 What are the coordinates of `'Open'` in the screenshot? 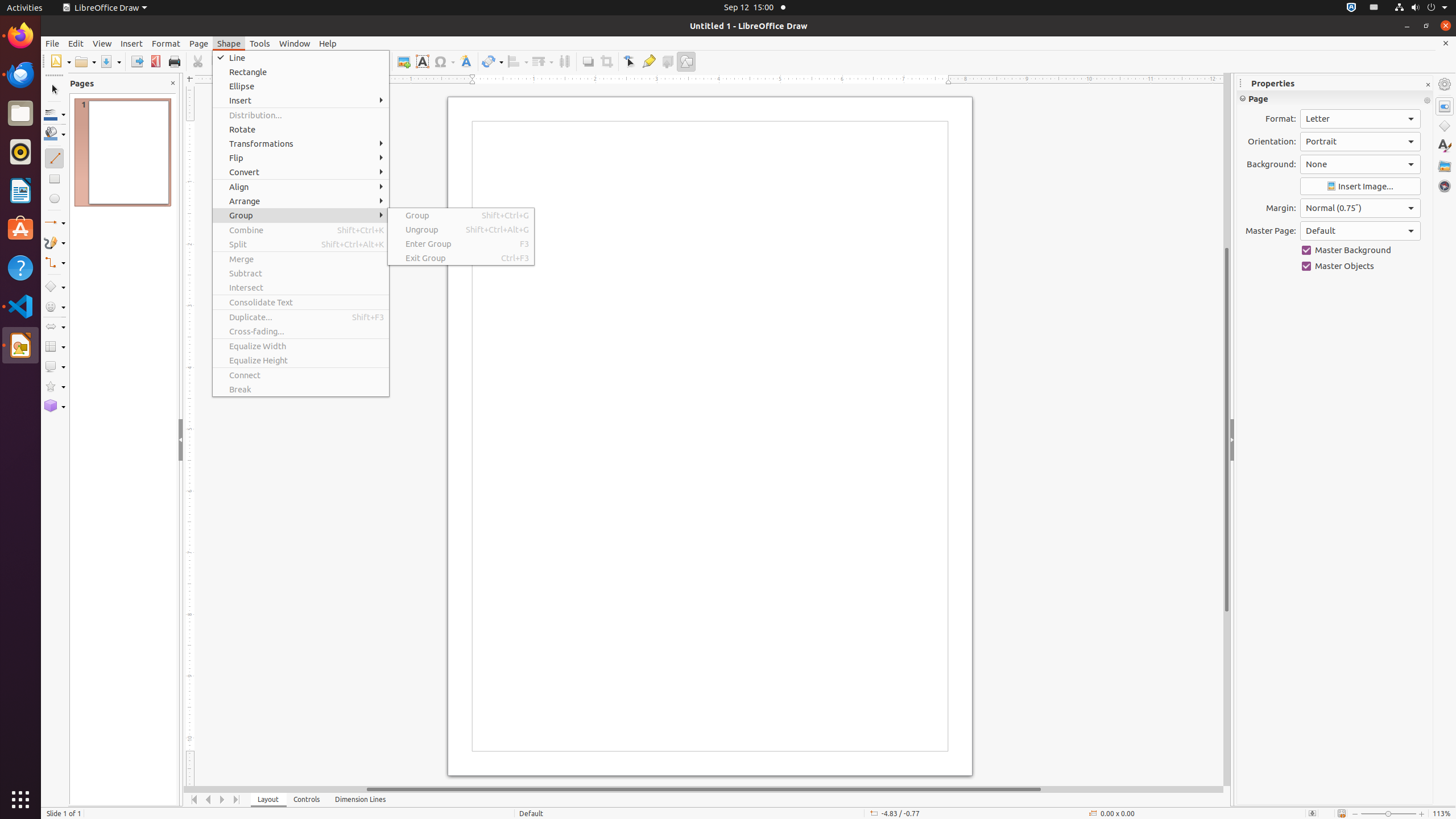 It's located at (85, 61).